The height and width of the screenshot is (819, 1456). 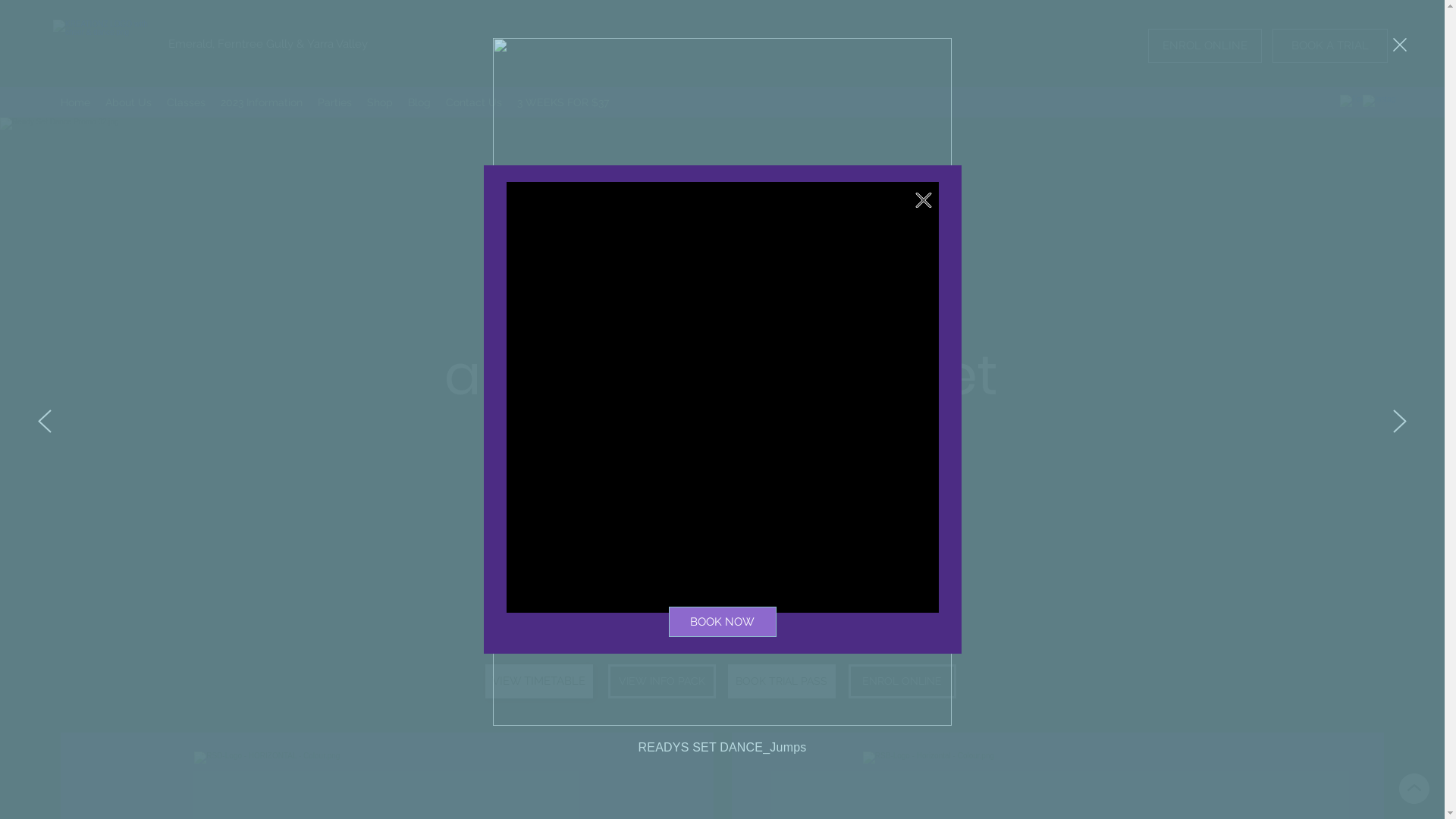 I want to click on '2023 Information', so click(x=262, y=102).